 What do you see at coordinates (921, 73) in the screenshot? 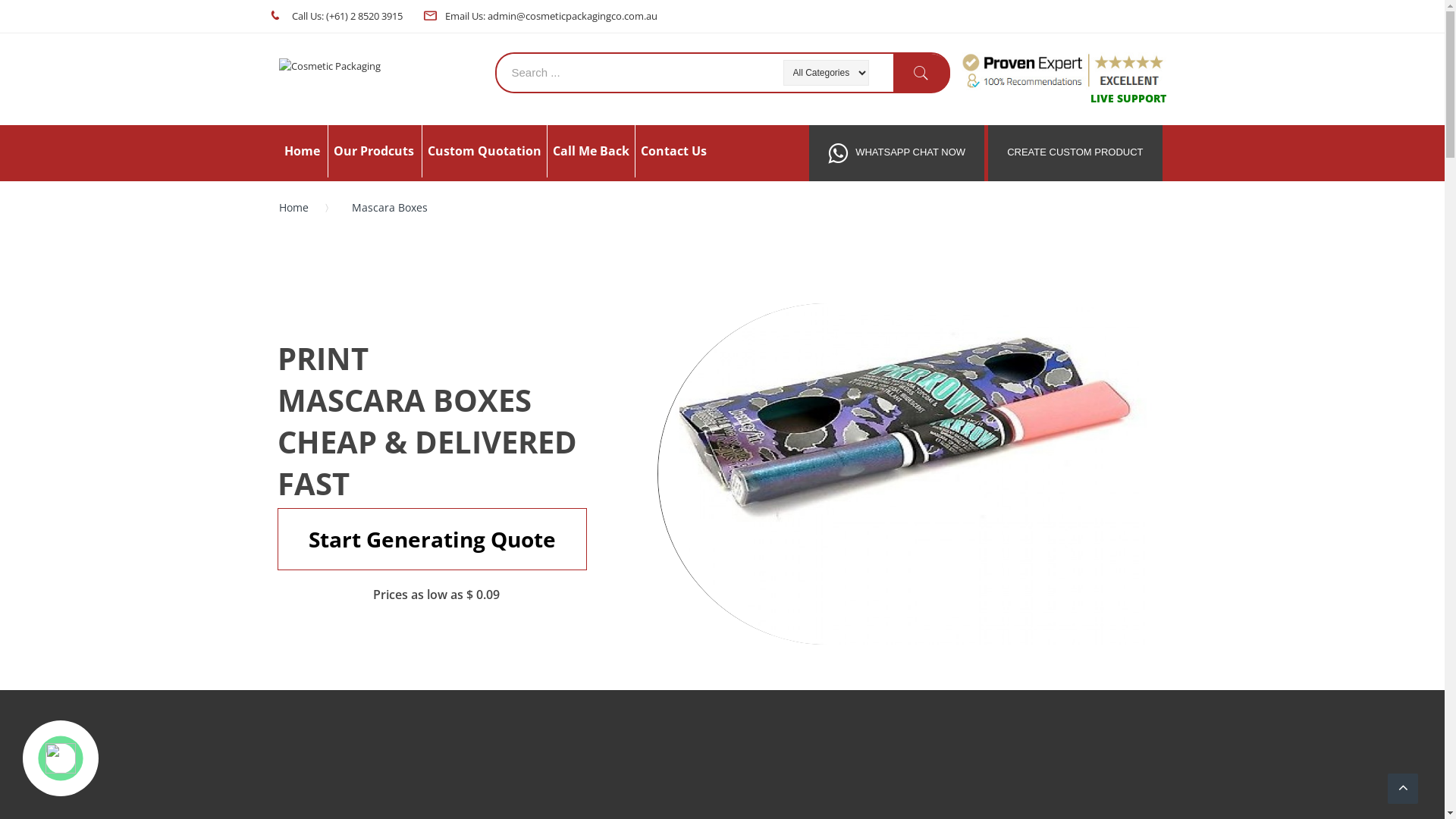
I see `'Search'` at bounding box center [921, 73].